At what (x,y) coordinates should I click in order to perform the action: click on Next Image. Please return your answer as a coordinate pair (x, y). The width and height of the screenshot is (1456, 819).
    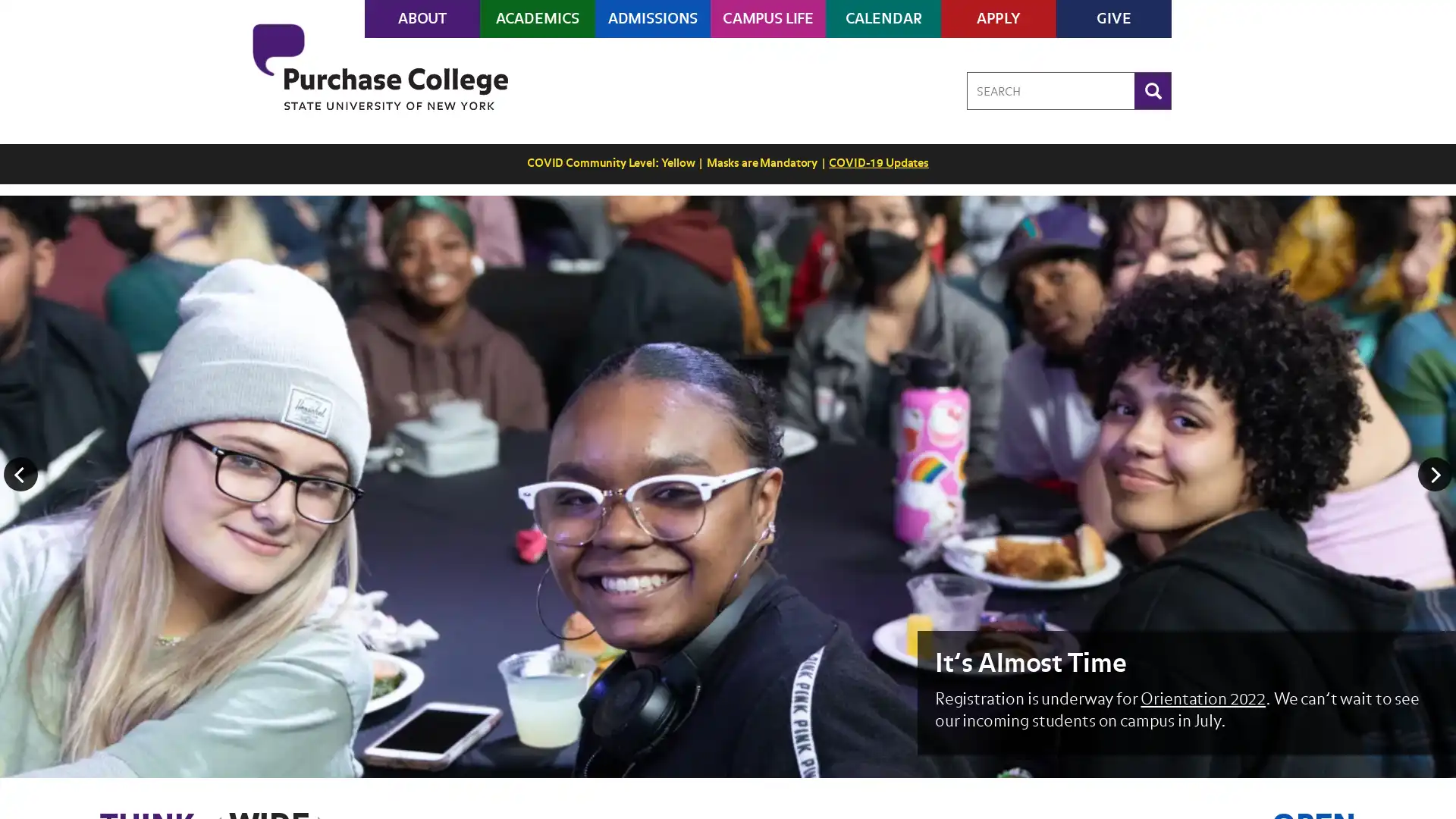
    Looking at the image, I should click on (1434, 473).